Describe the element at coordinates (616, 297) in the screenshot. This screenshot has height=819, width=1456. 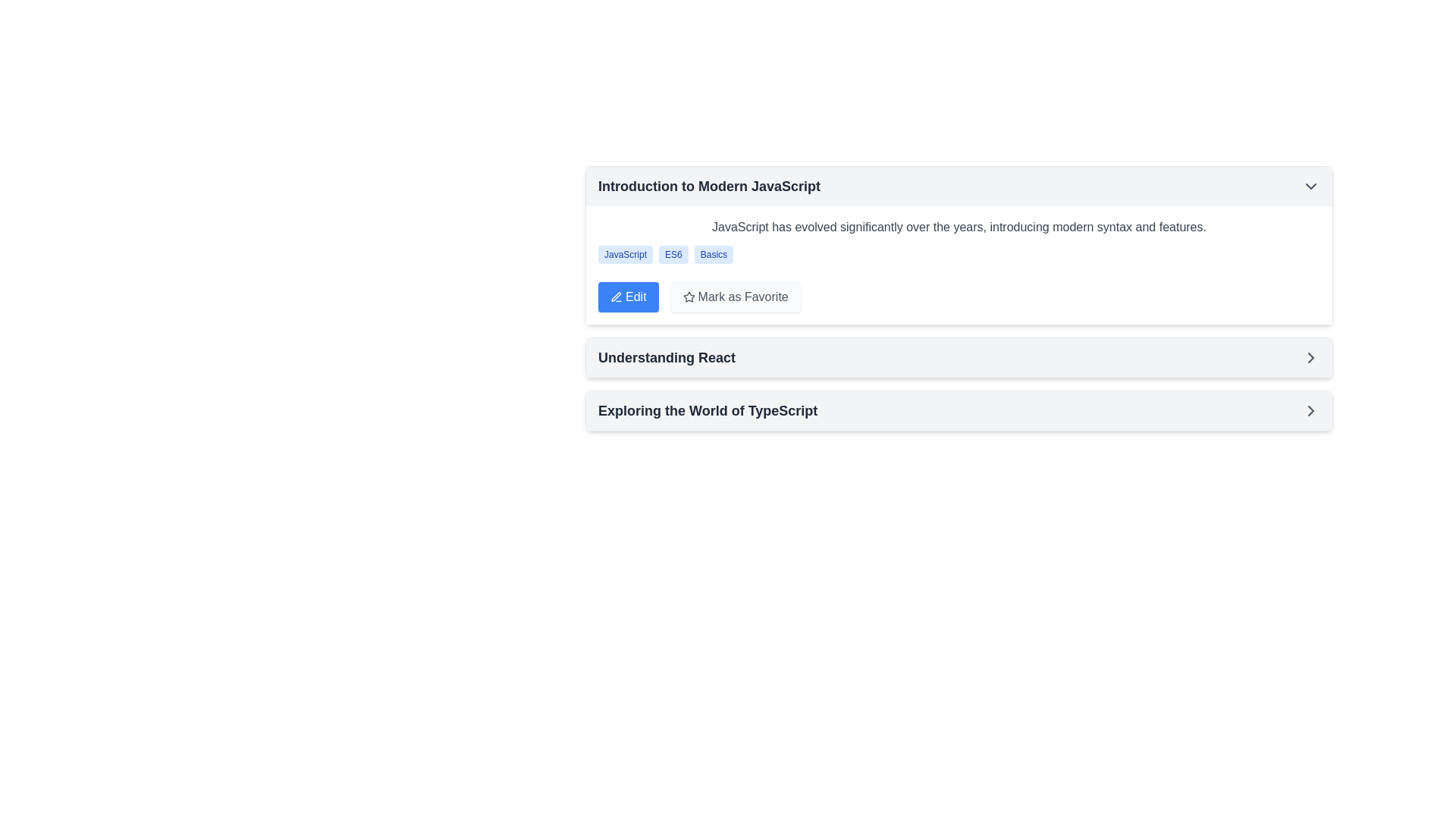
I see `the pen icon representing the editing functionality, which is part of the 'Edit' button located at the top-left section of the visible list` at that location.